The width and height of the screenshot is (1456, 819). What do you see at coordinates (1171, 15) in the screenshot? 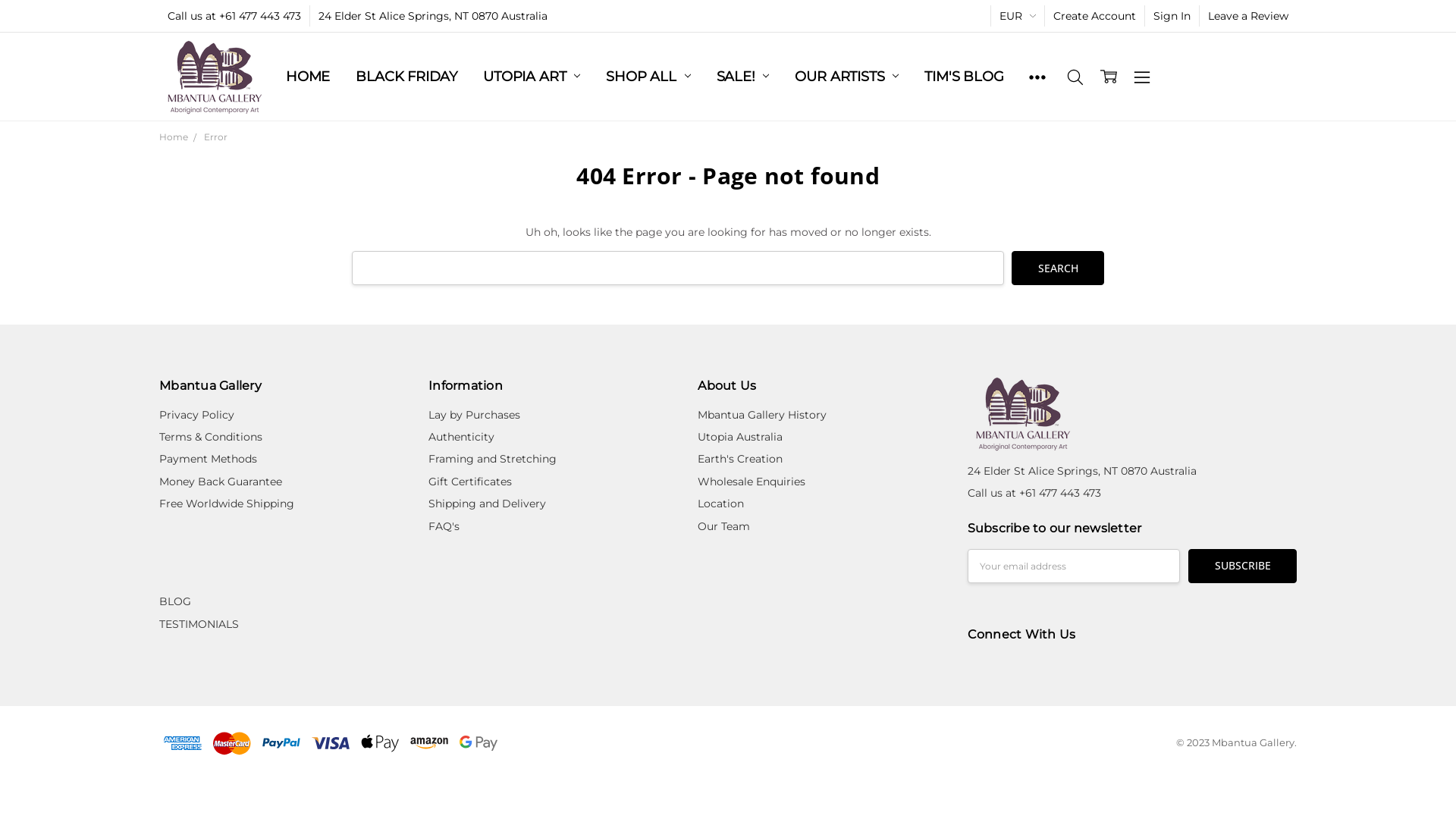
I see `'Sign In'` at bounding box center [1171, 15].